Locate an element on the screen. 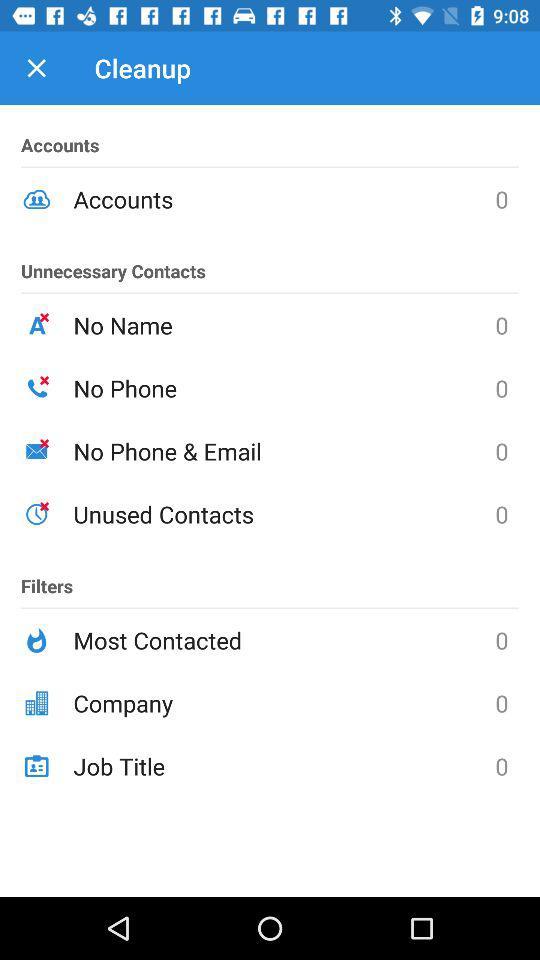 Image resolution: width=540 pixels, height=960 pixels. unused contacts icon is located at coordinates (283, 513).